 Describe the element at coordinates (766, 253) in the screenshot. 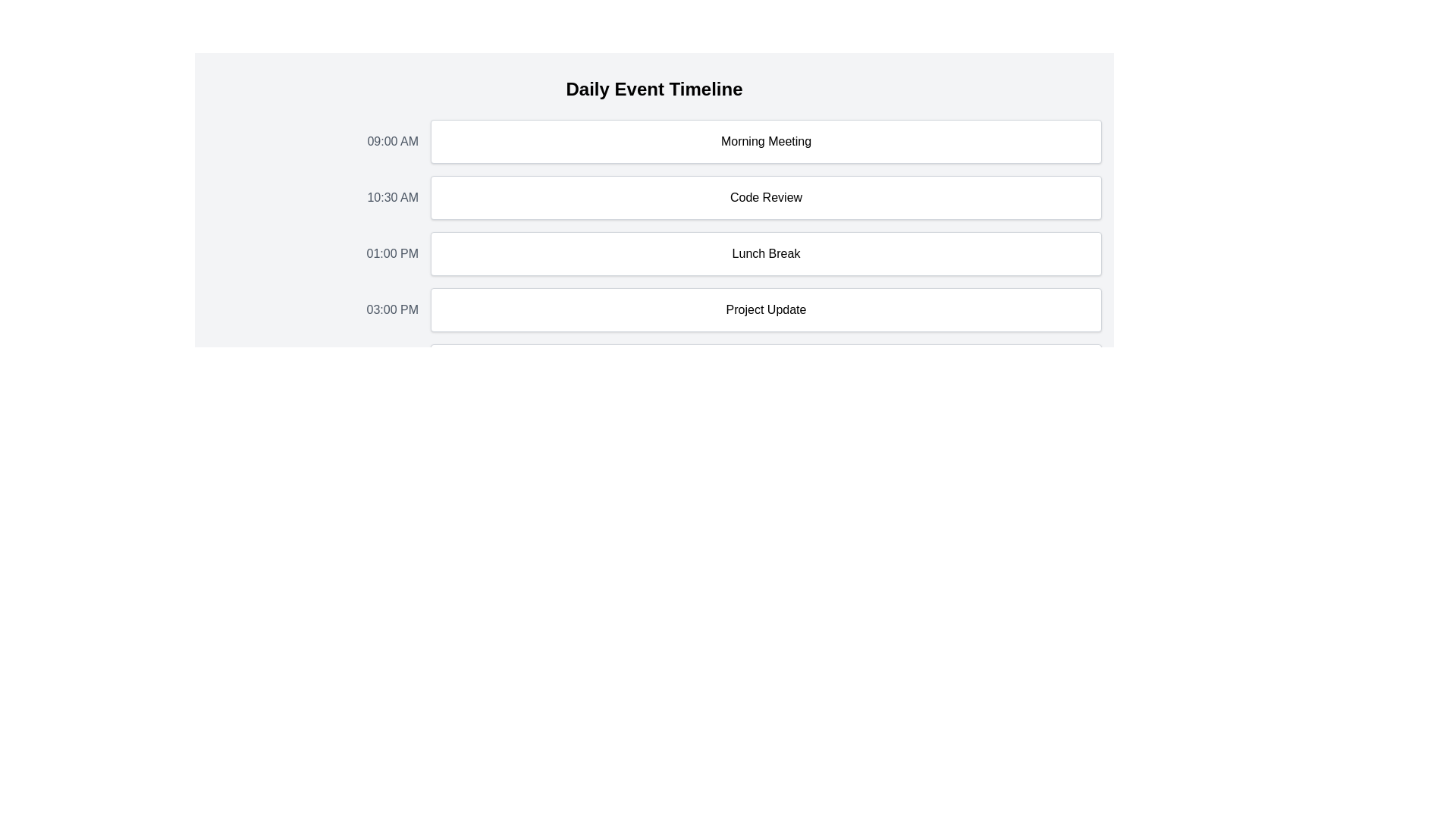

I see `the 'Lunch Break' text content box which is the third entry in the vertical timeline aligned to the right of the timestamp '01:00 PM'` at that location.